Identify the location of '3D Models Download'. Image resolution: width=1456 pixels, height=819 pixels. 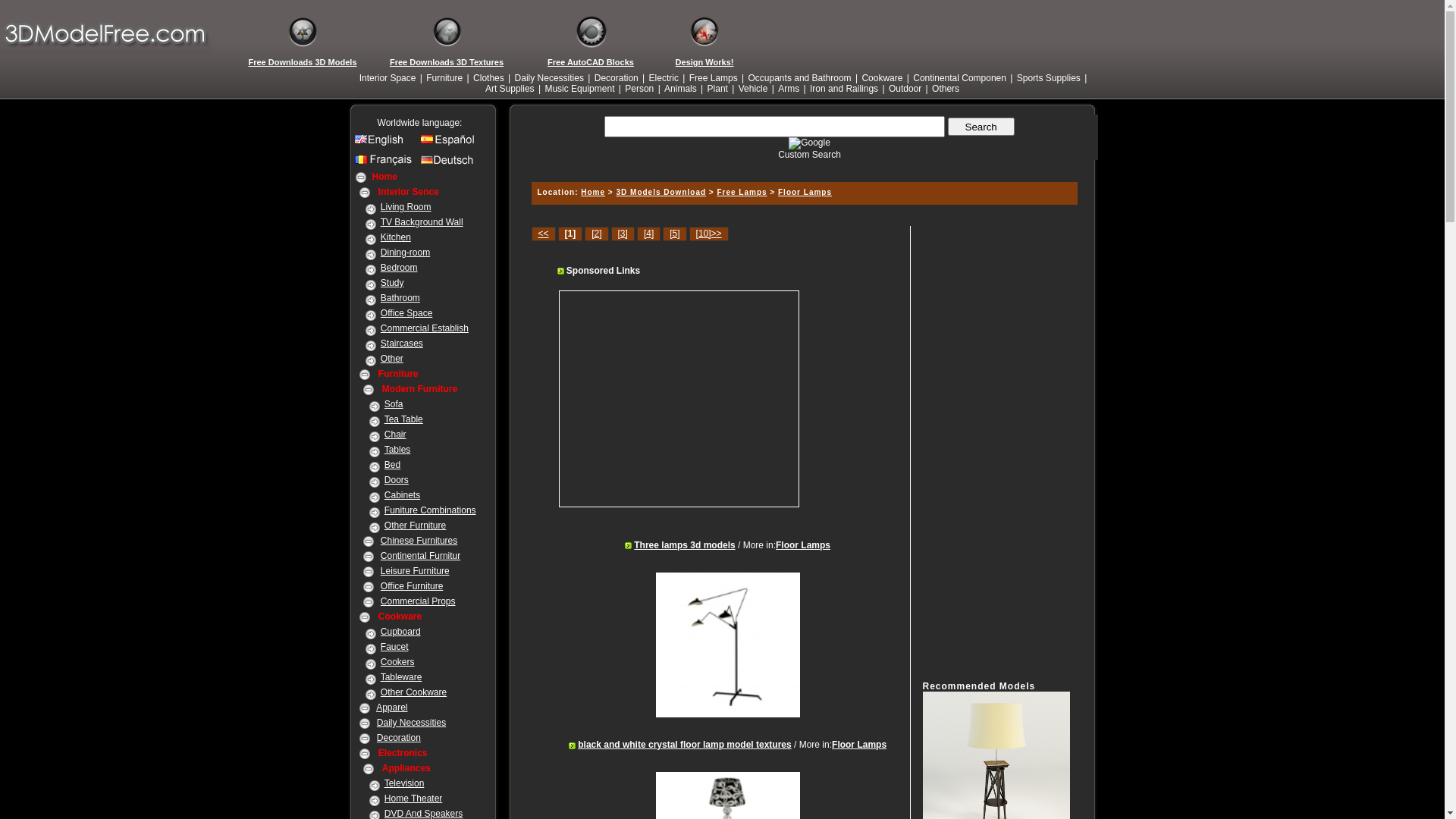
(615, 191).